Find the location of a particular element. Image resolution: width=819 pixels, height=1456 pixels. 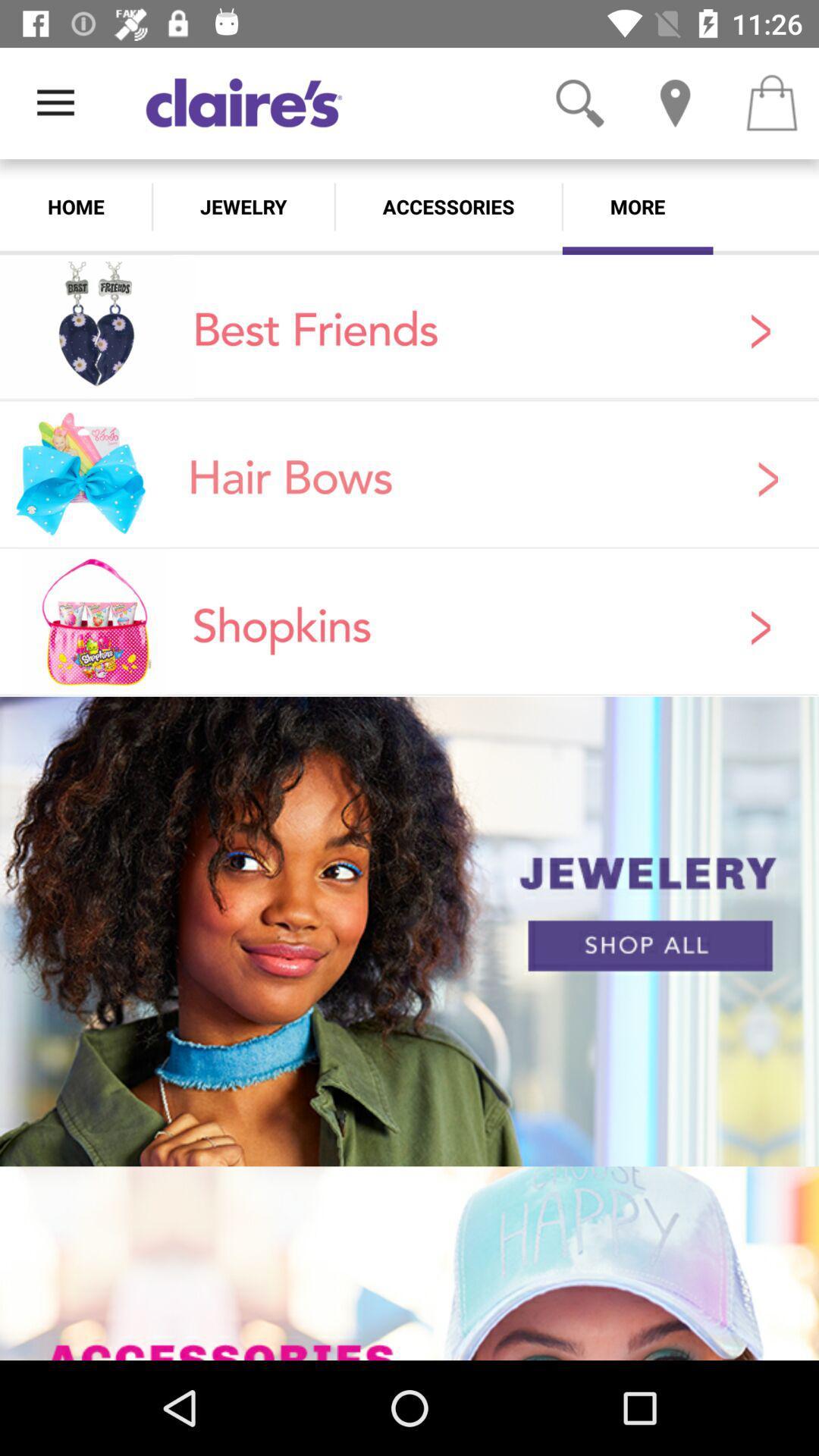

jewelry item is located at coordinates (243, 206).